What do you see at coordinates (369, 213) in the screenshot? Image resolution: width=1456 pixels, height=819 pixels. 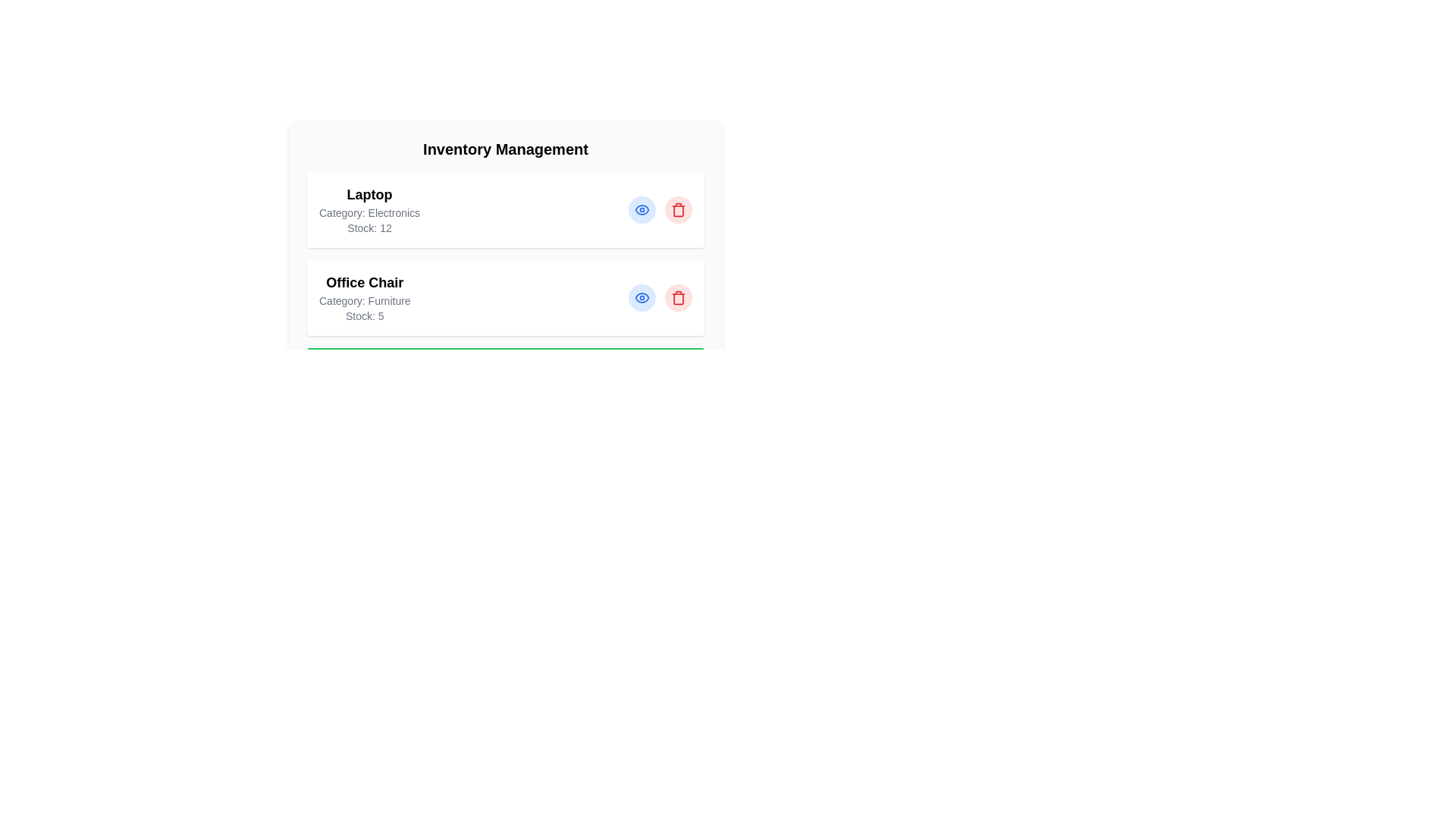 I see `the text Category: Electronics within the component` at bounding box center [369, 213].